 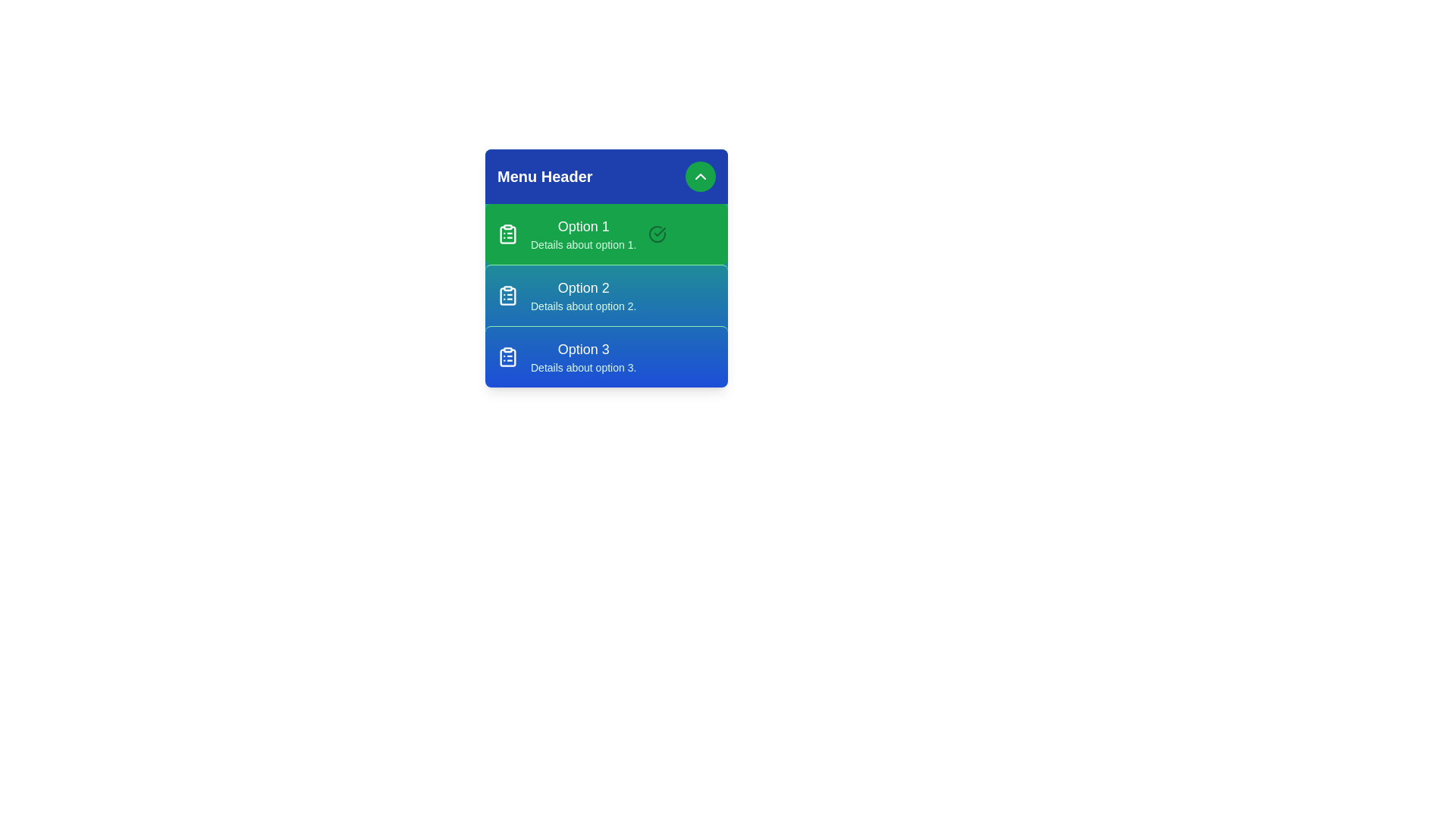 I want to click on the menu header to inspect it, so click(x=607, y=175).